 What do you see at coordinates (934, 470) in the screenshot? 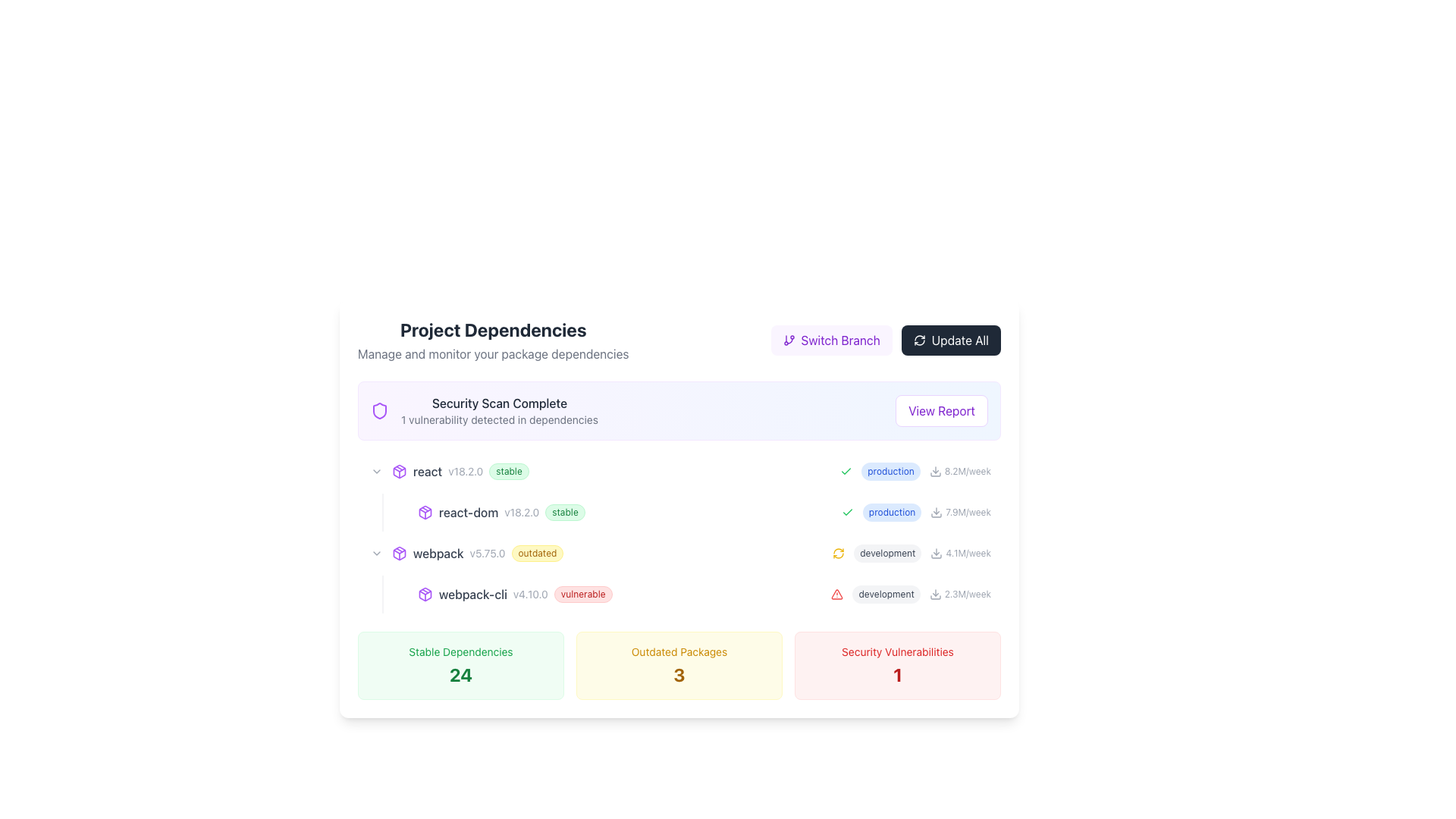
I see `the presence of the download icon that represents download-related data, specifically showing '8.2M/week'` at bounding box center [934, 470].